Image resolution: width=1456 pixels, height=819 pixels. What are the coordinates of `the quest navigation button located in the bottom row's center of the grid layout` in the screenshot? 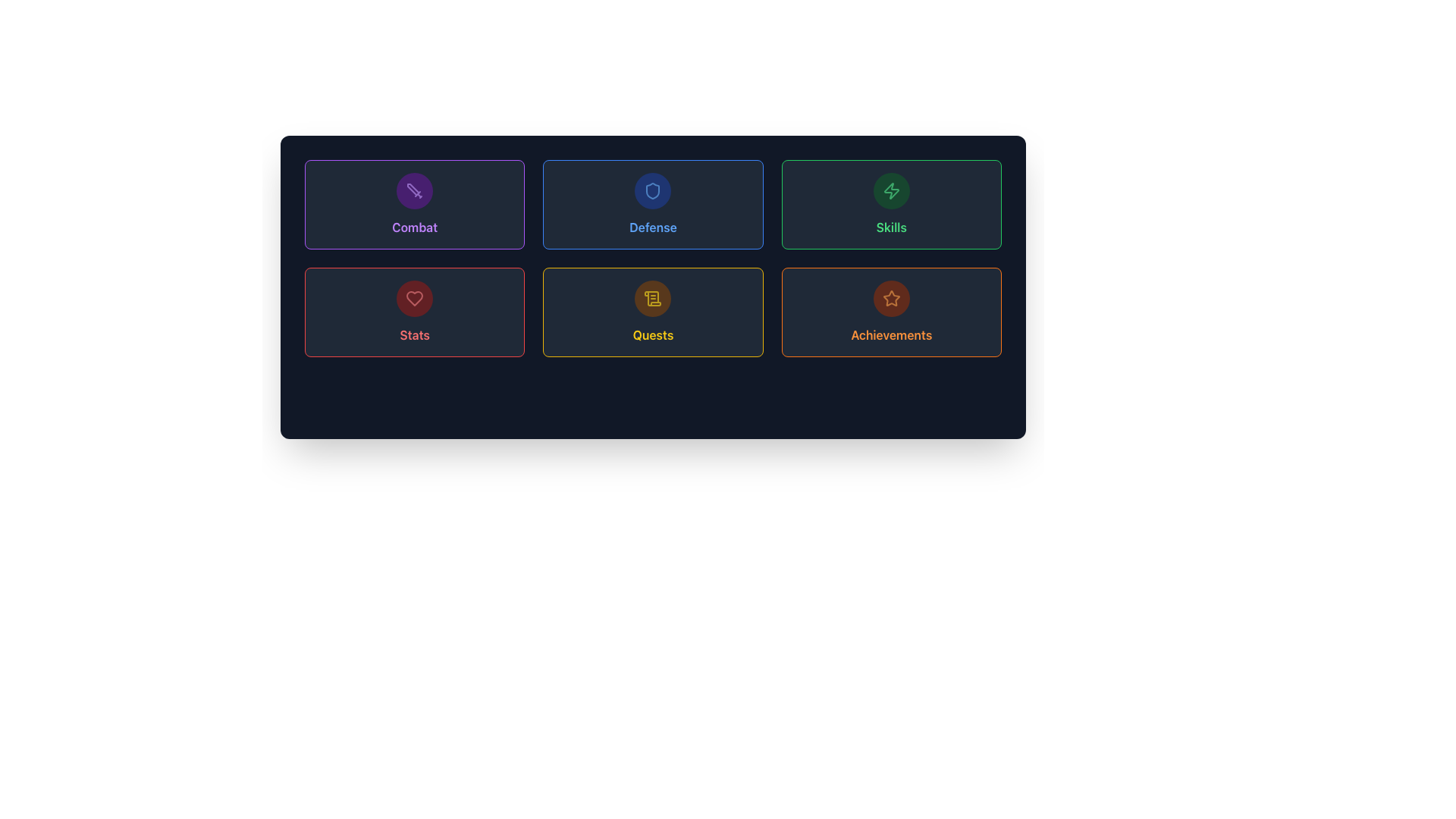 It's located at (653, 312).